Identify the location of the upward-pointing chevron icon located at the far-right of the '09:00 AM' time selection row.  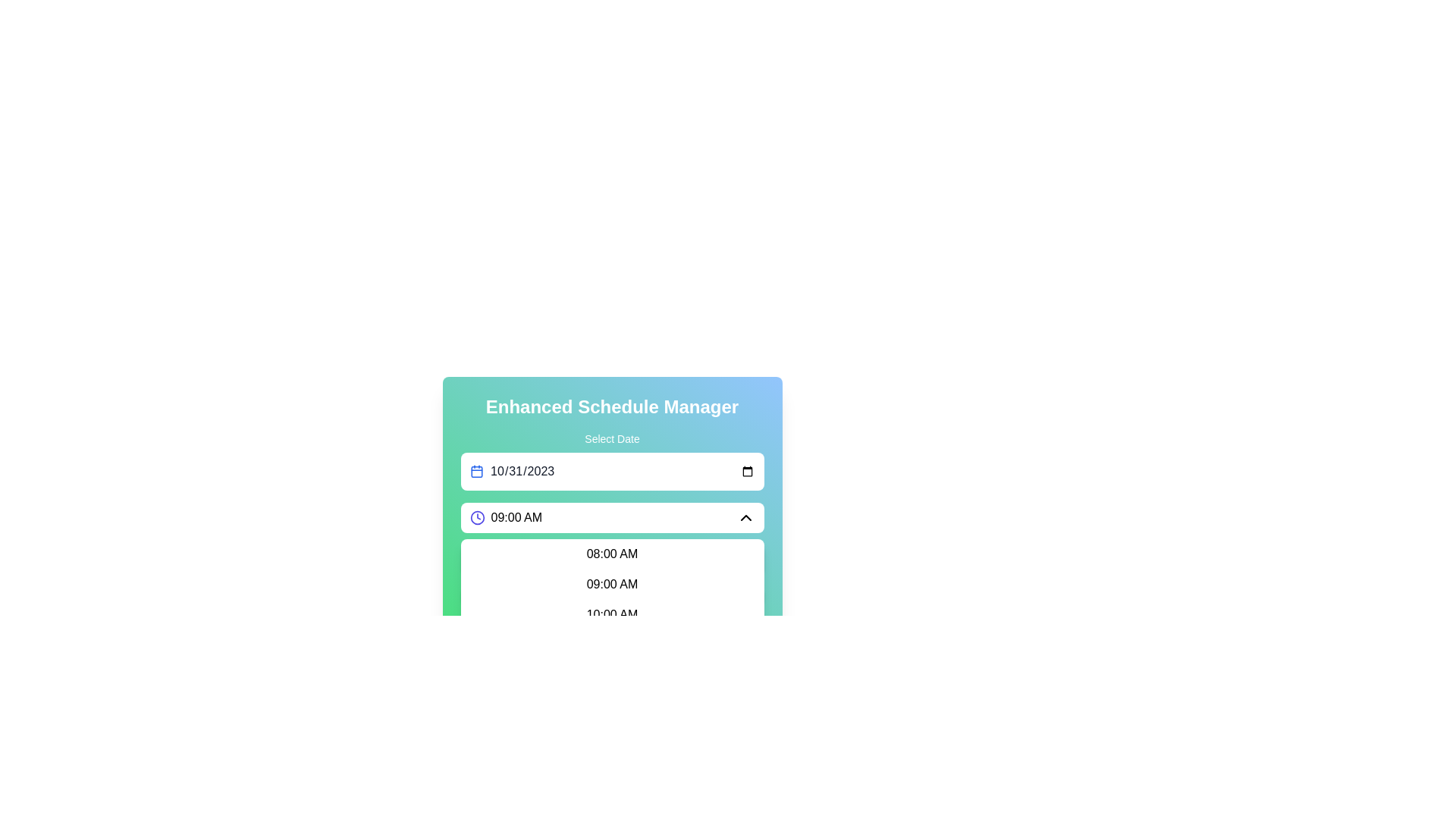
(745, 516).